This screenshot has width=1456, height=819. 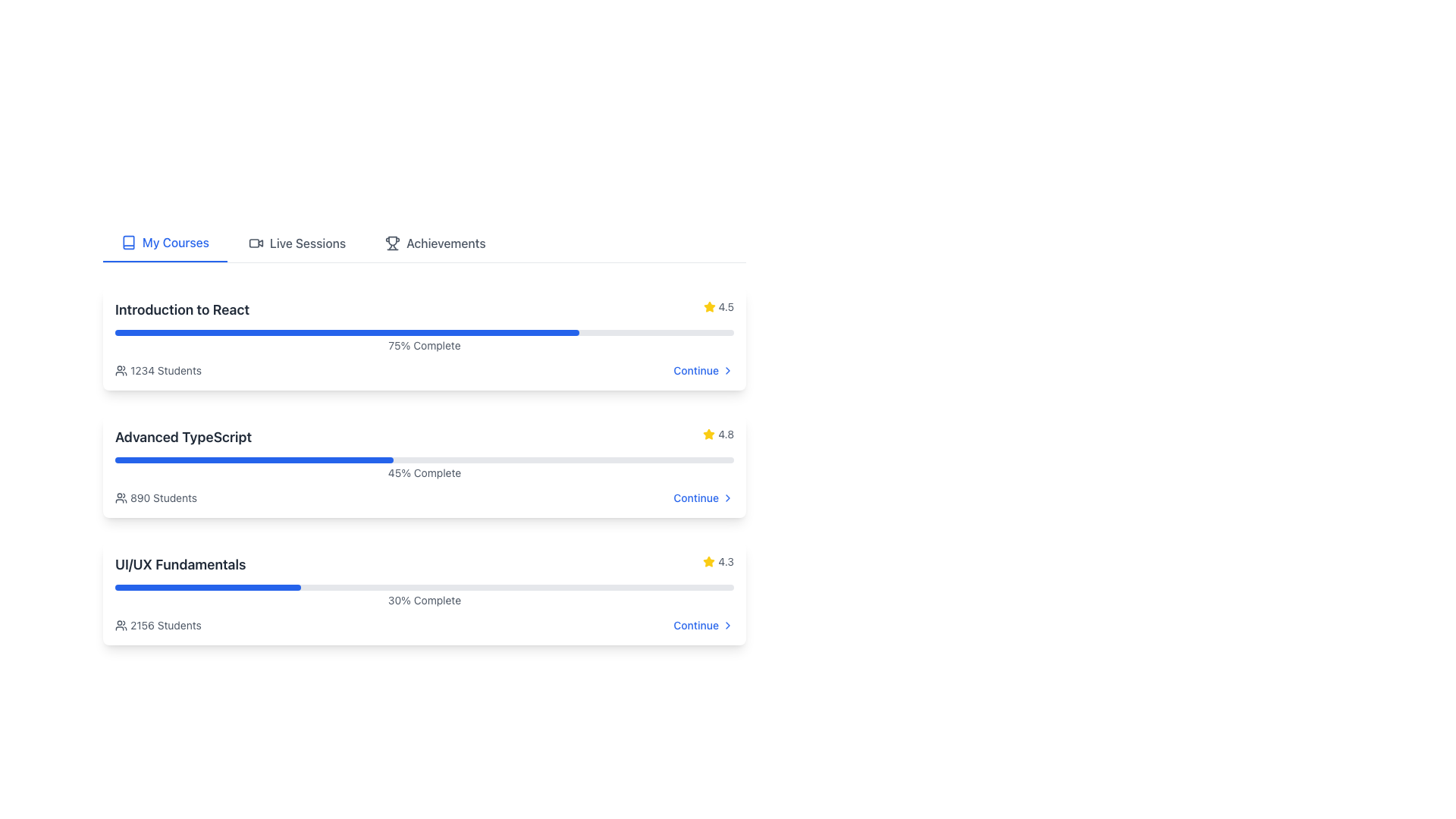 What do you see at coordinates (717, 435) in the screenshot?
I see `rating value displayed as '4.8' next to the yellow star icon in the lower right corner of the 'Advanced TypeScript' card` at bounding box center [717, 435].